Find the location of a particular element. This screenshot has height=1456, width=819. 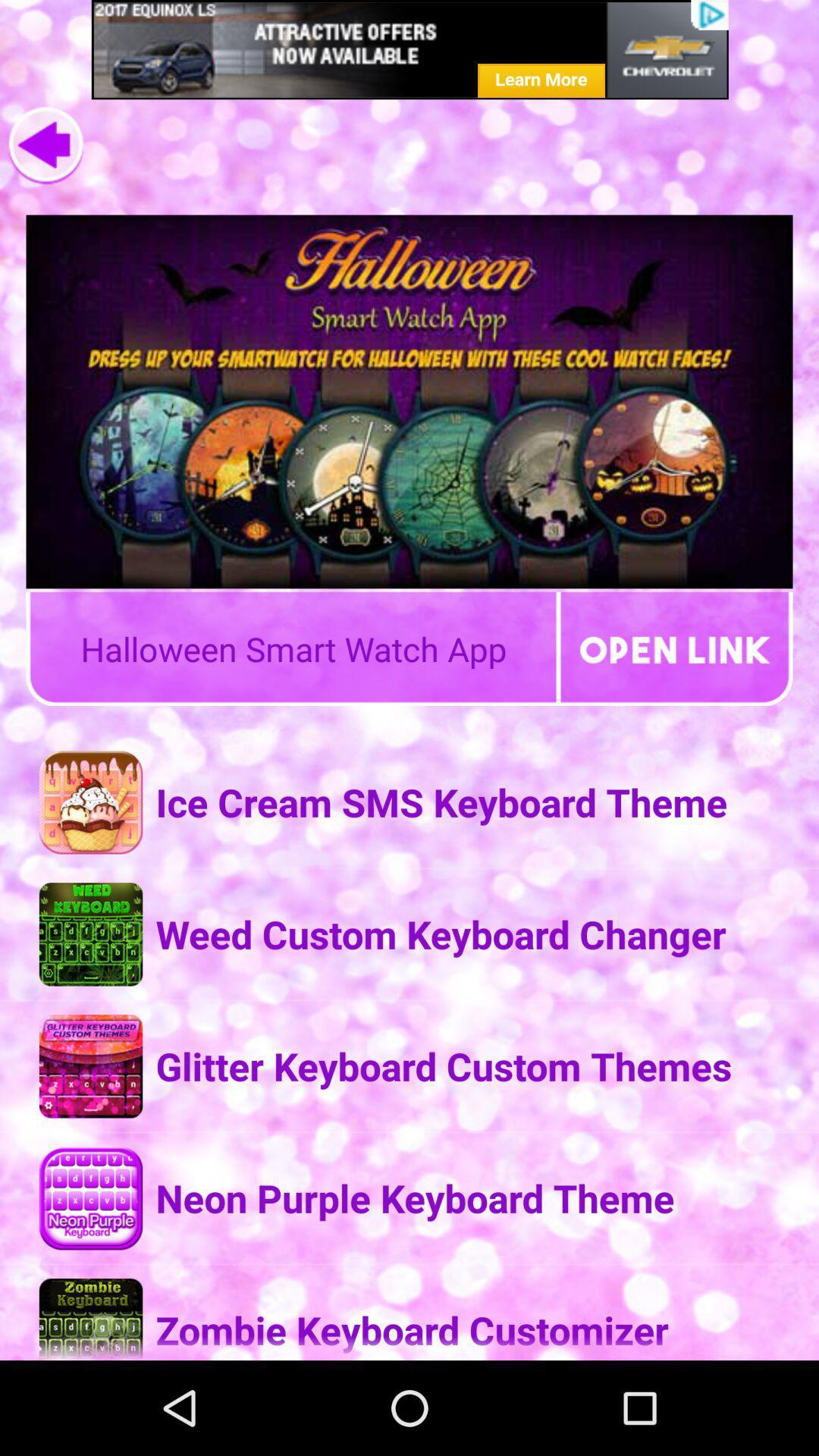

give advertisement information is located at coordinates (409, 49).